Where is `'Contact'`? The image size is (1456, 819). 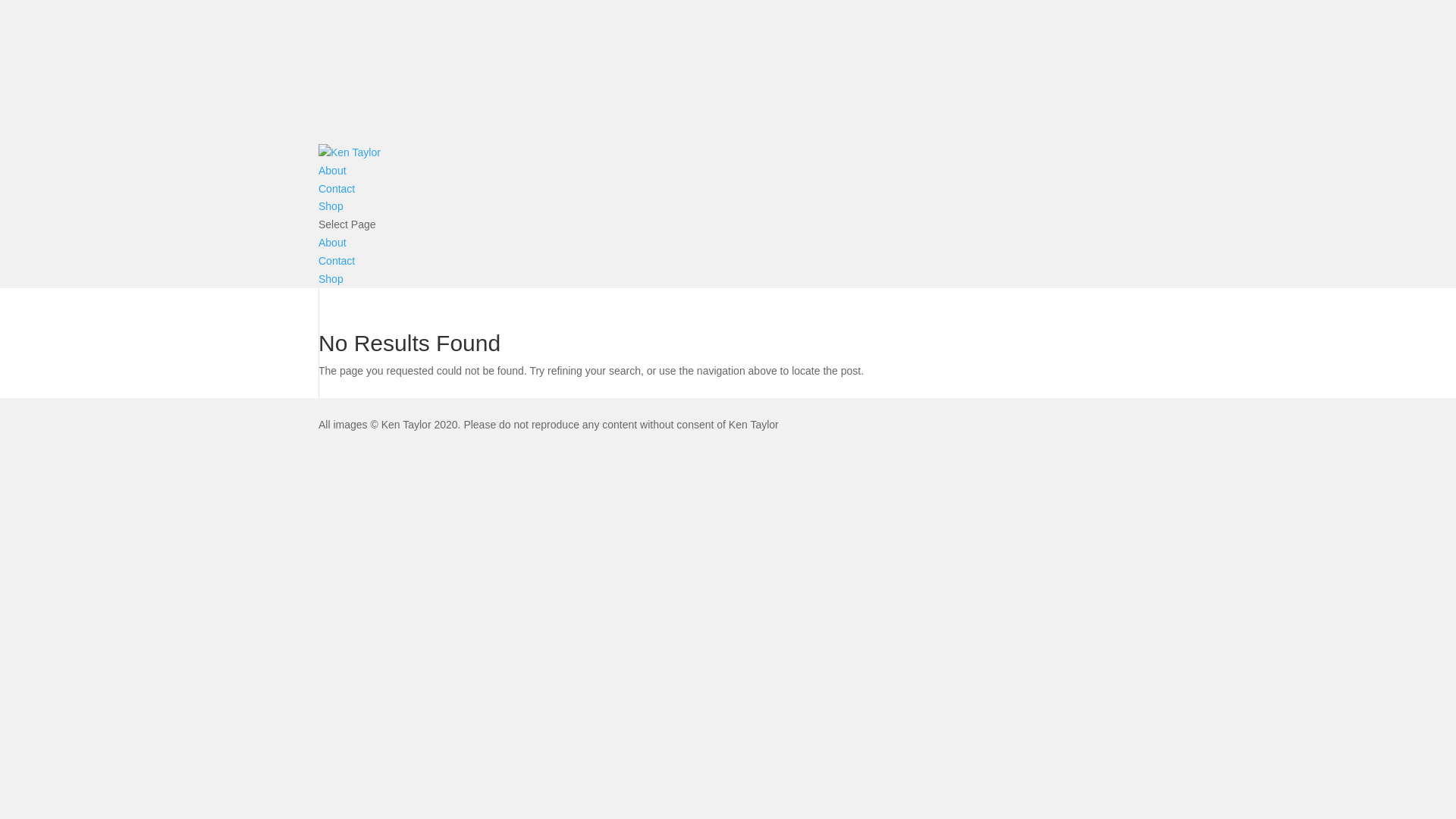
'Contact' is located at coordinates (336, 188).